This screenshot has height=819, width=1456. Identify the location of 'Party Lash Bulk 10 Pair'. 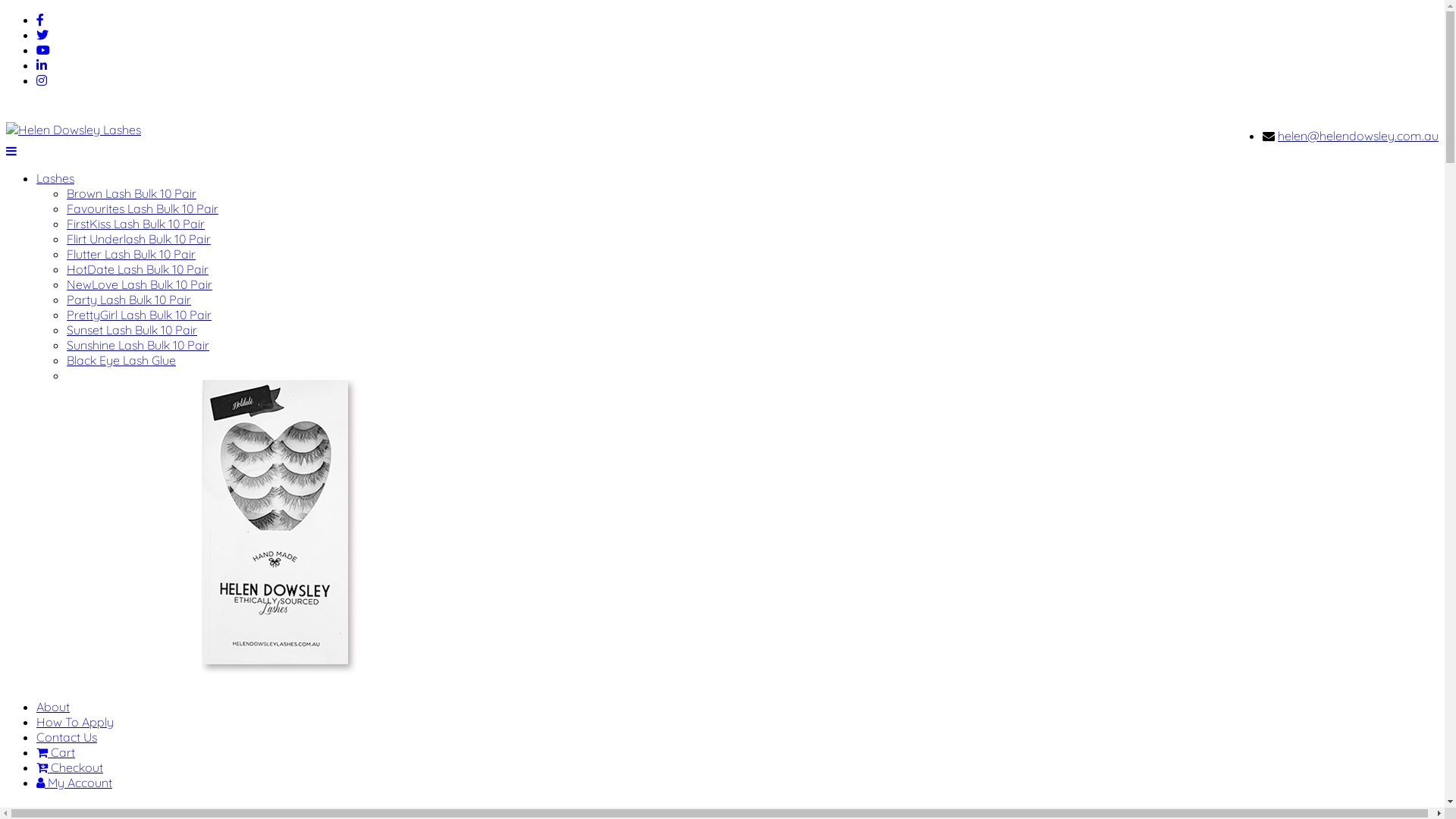
(128, 299).